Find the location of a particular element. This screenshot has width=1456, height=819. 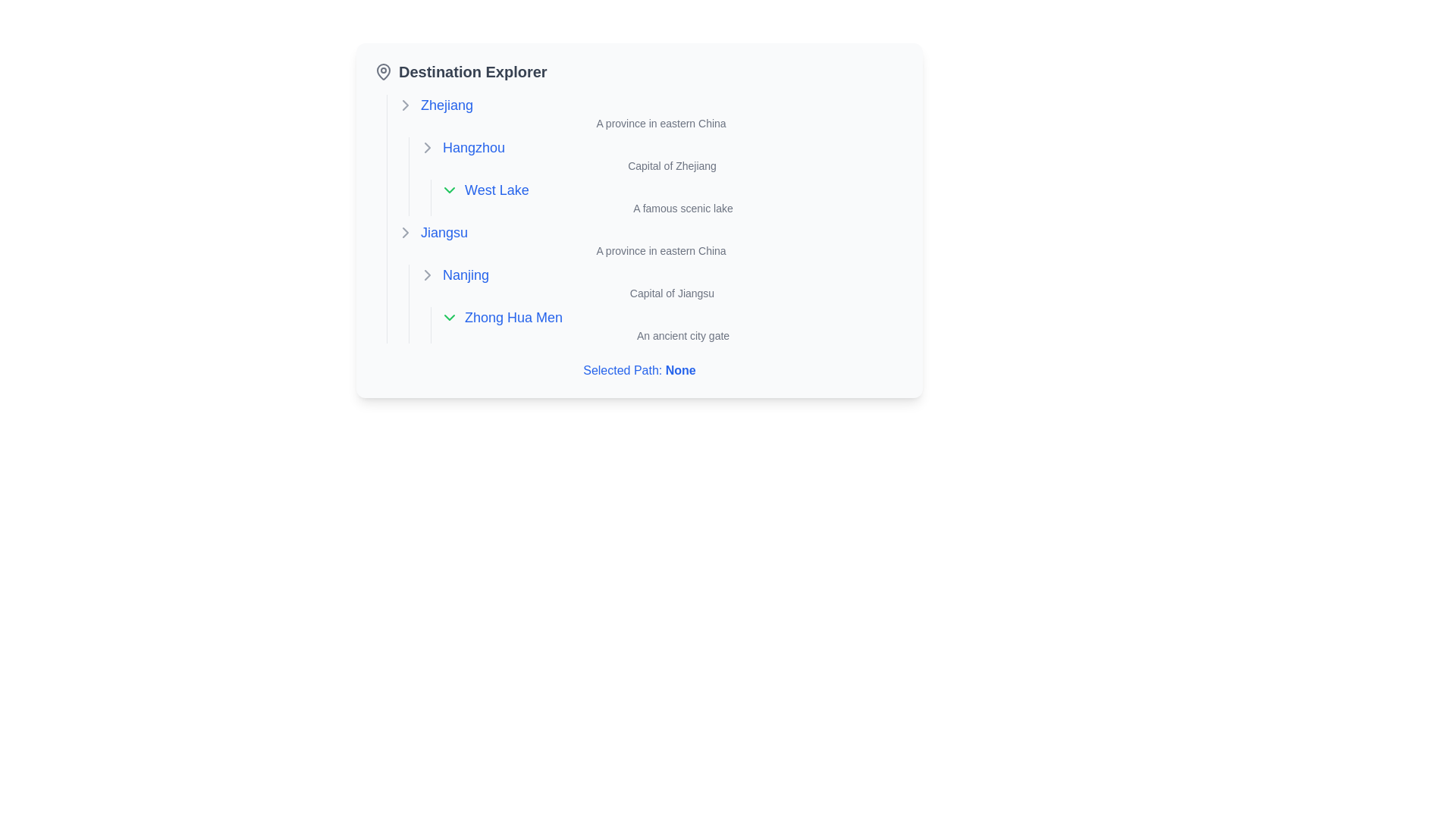

the informational text label providing details about 'Zhong Hua Men', located directly under the clickable link with the same name is located at coordinates (672, 335).